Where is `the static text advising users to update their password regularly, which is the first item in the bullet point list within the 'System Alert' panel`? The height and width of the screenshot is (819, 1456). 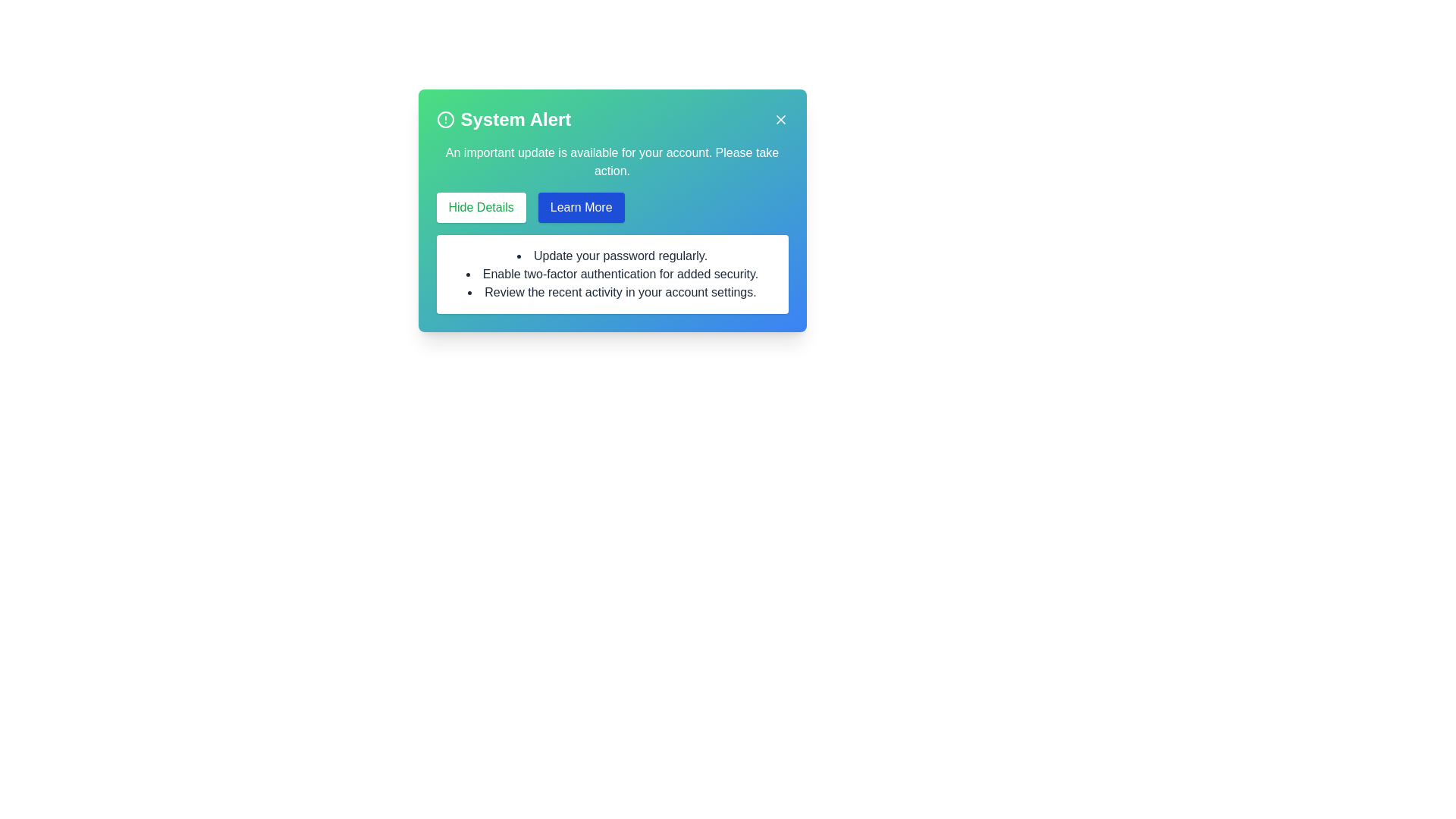
the static text advising users to update their password regularly, which is the first item in the bullet point list within the 'System Alert' panel is located at coordinates (612, 256).